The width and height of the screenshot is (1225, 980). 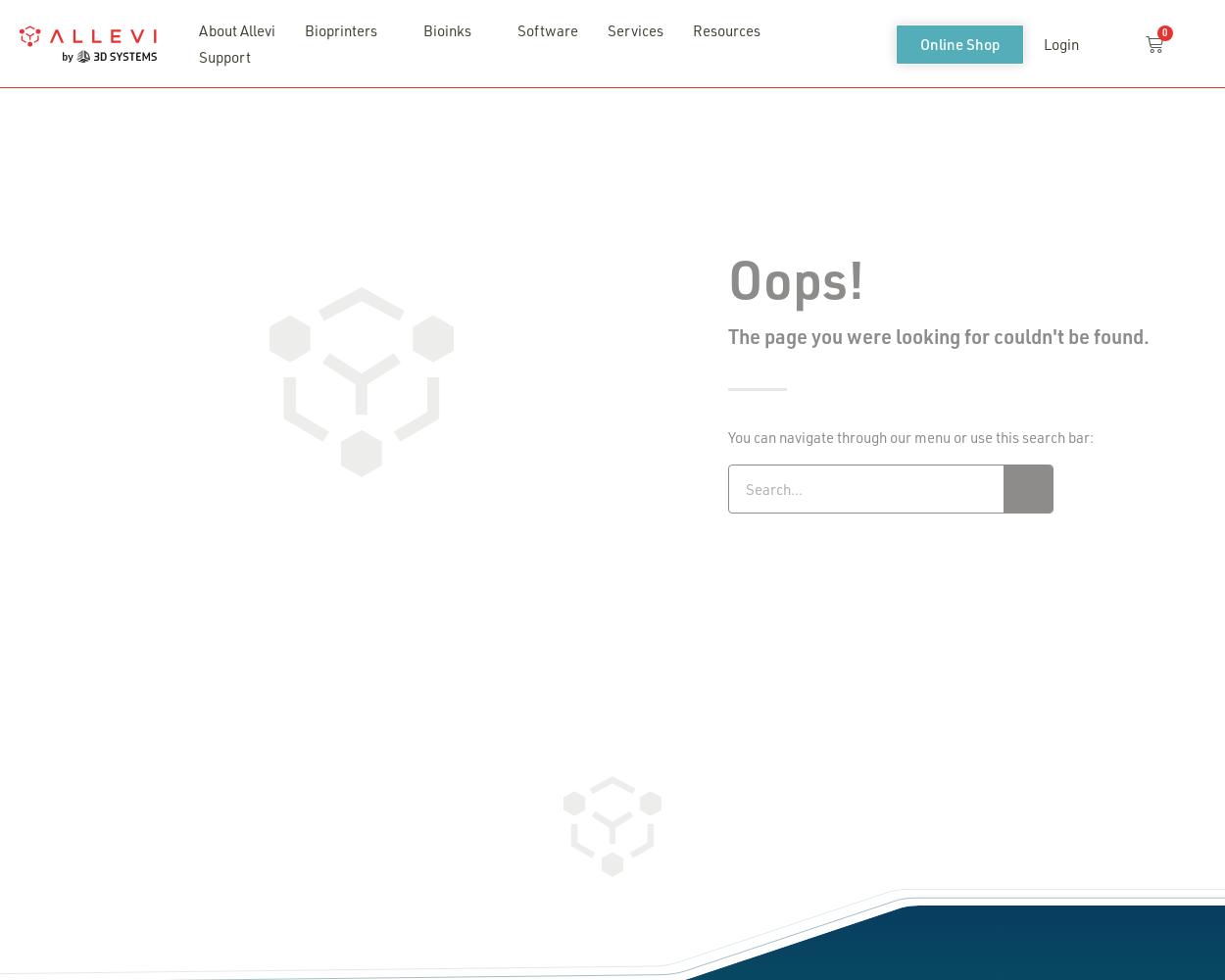 I want to click on 'You can navigate through our menu or use this search bar:', so click(x=910, y=435).